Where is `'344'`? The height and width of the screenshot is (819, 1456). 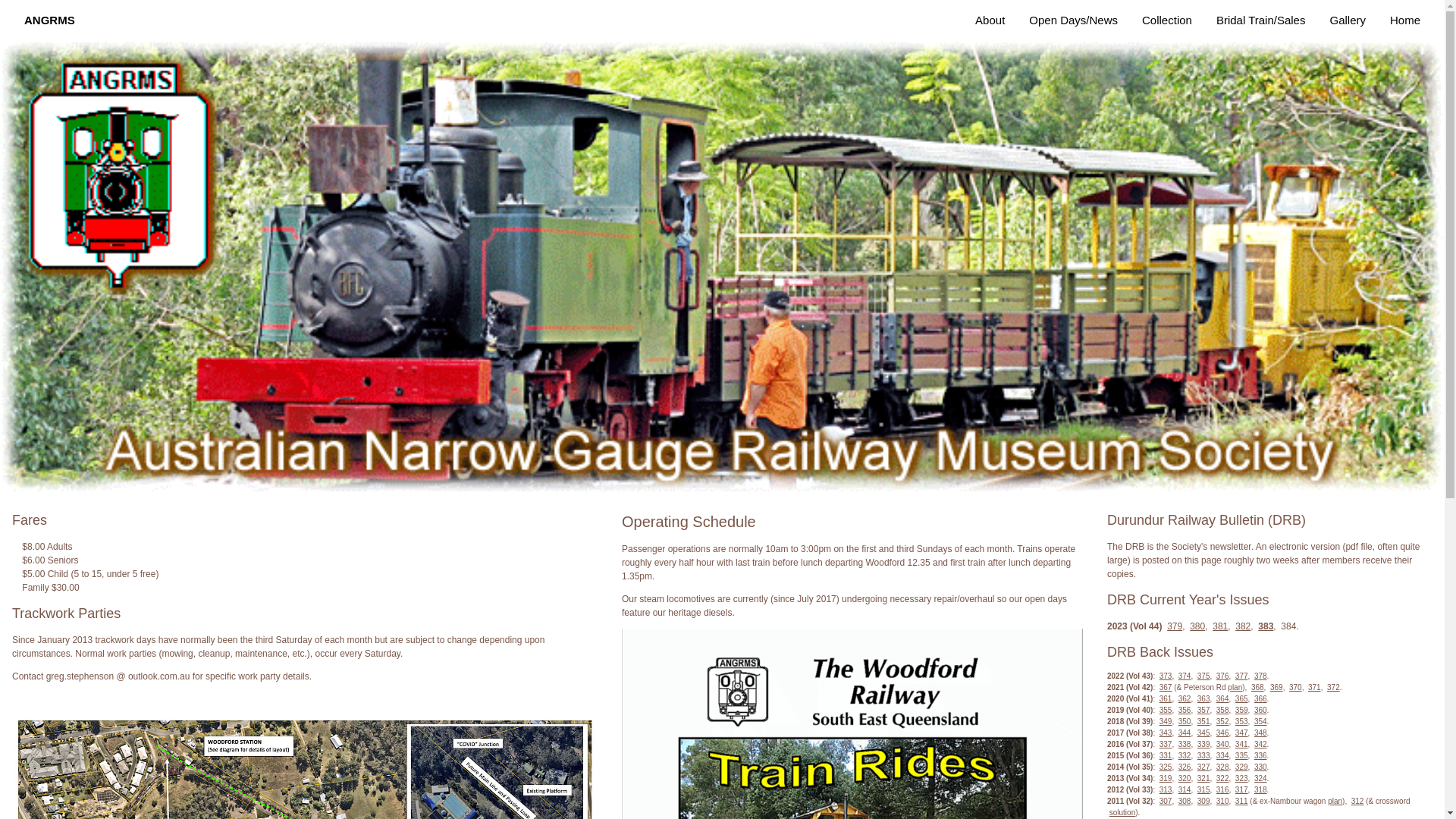
'344' is located at coordinates (1184, 732).